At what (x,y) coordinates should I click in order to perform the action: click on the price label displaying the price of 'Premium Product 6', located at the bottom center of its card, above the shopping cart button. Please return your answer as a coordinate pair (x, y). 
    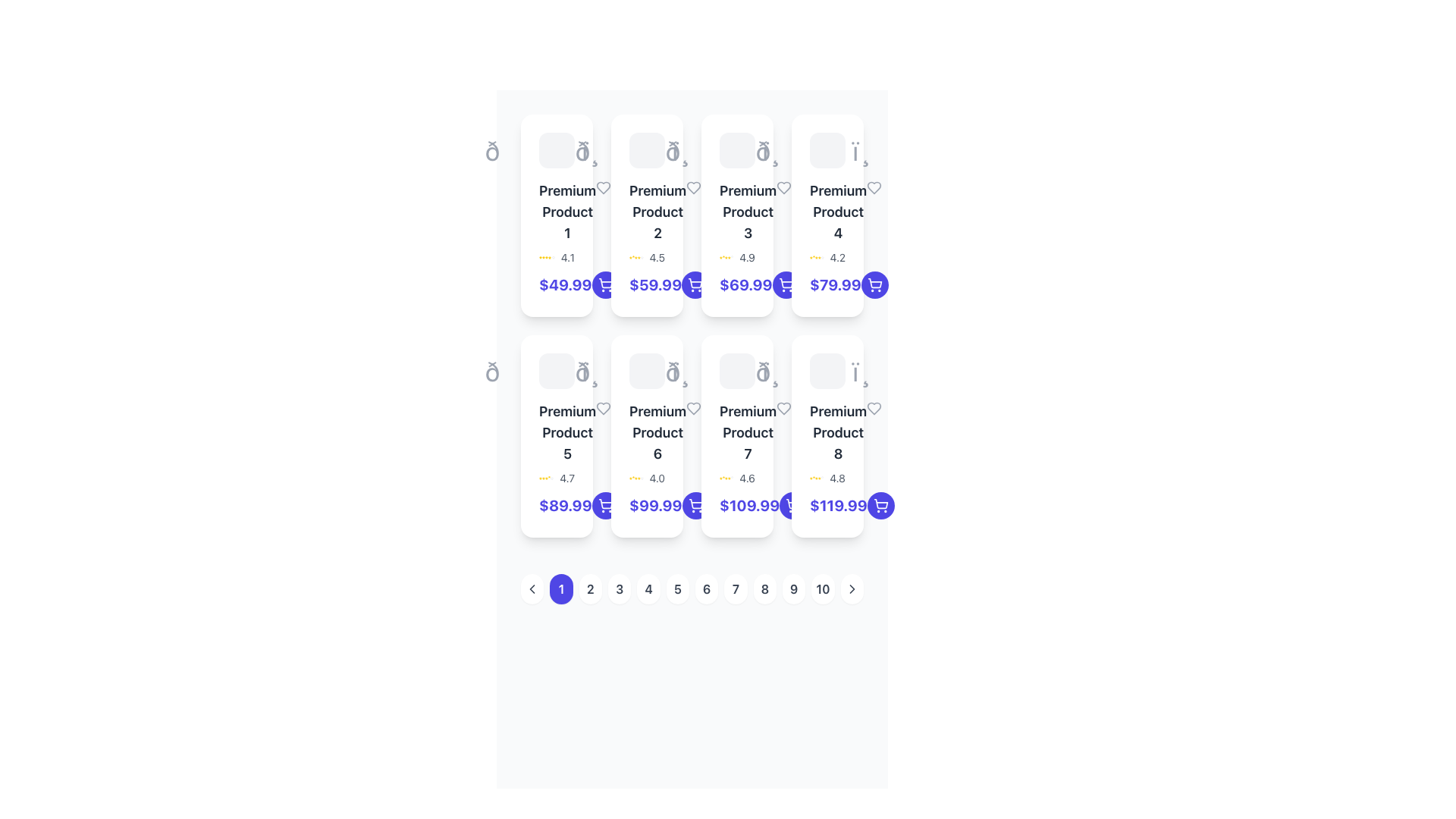
    Looking at the image, I should click on (647, 506).